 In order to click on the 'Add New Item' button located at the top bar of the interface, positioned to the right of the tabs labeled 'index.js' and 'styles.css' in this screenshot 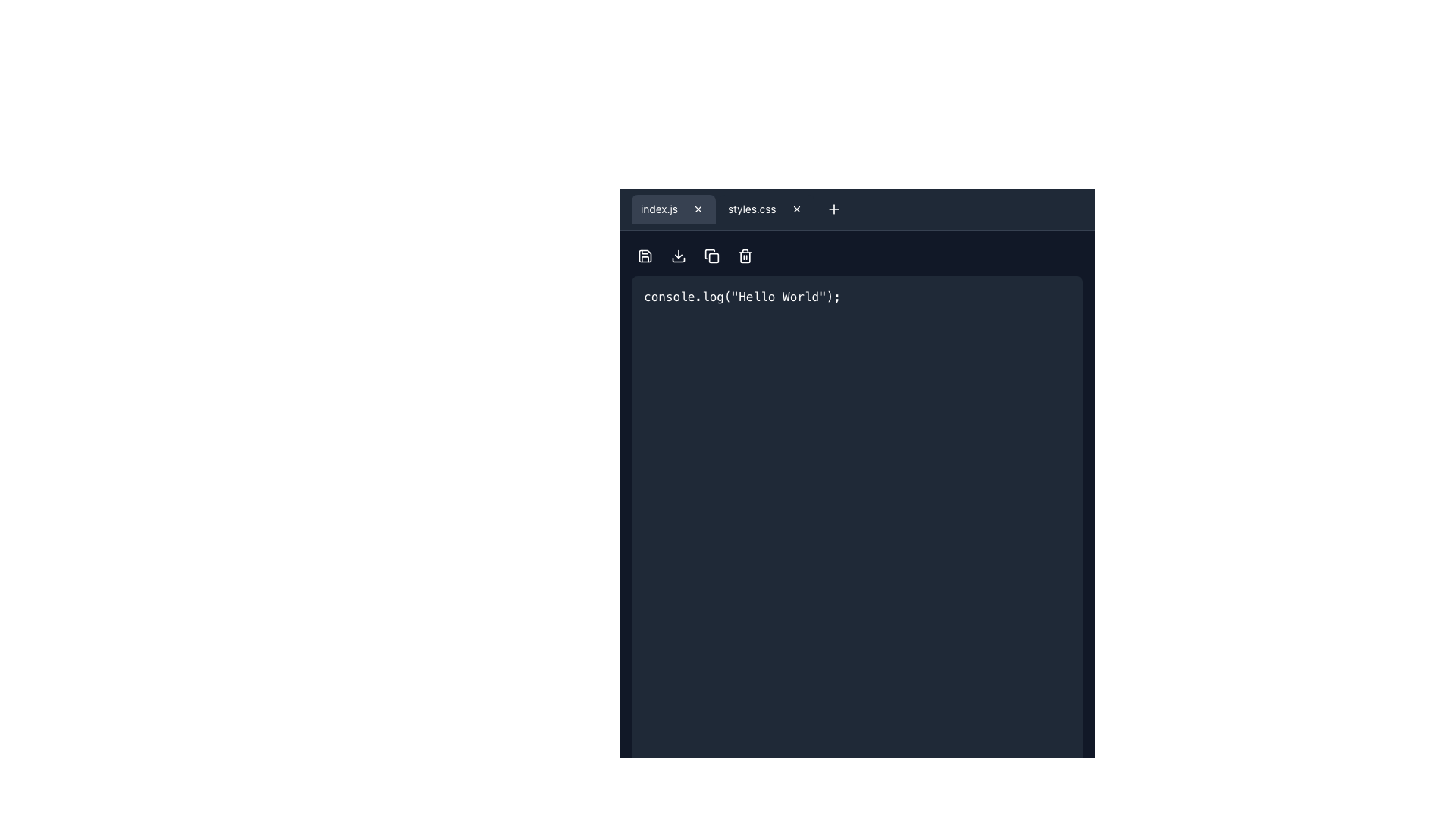, I will do `click(833, 209)`.